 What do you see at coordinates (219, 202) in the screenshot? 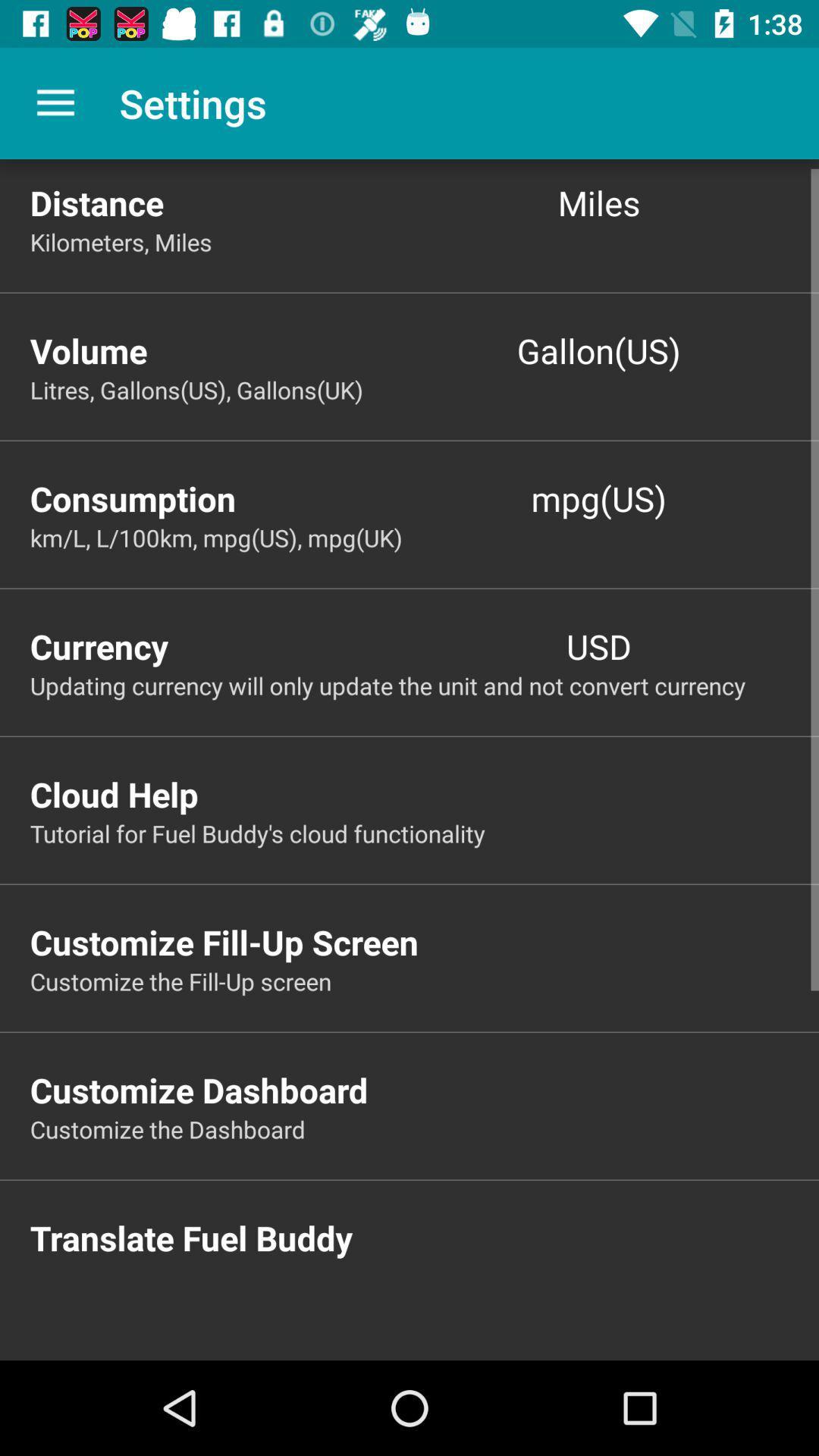
I see `icon to the left of miles icon` at bounding box center [219, 202].